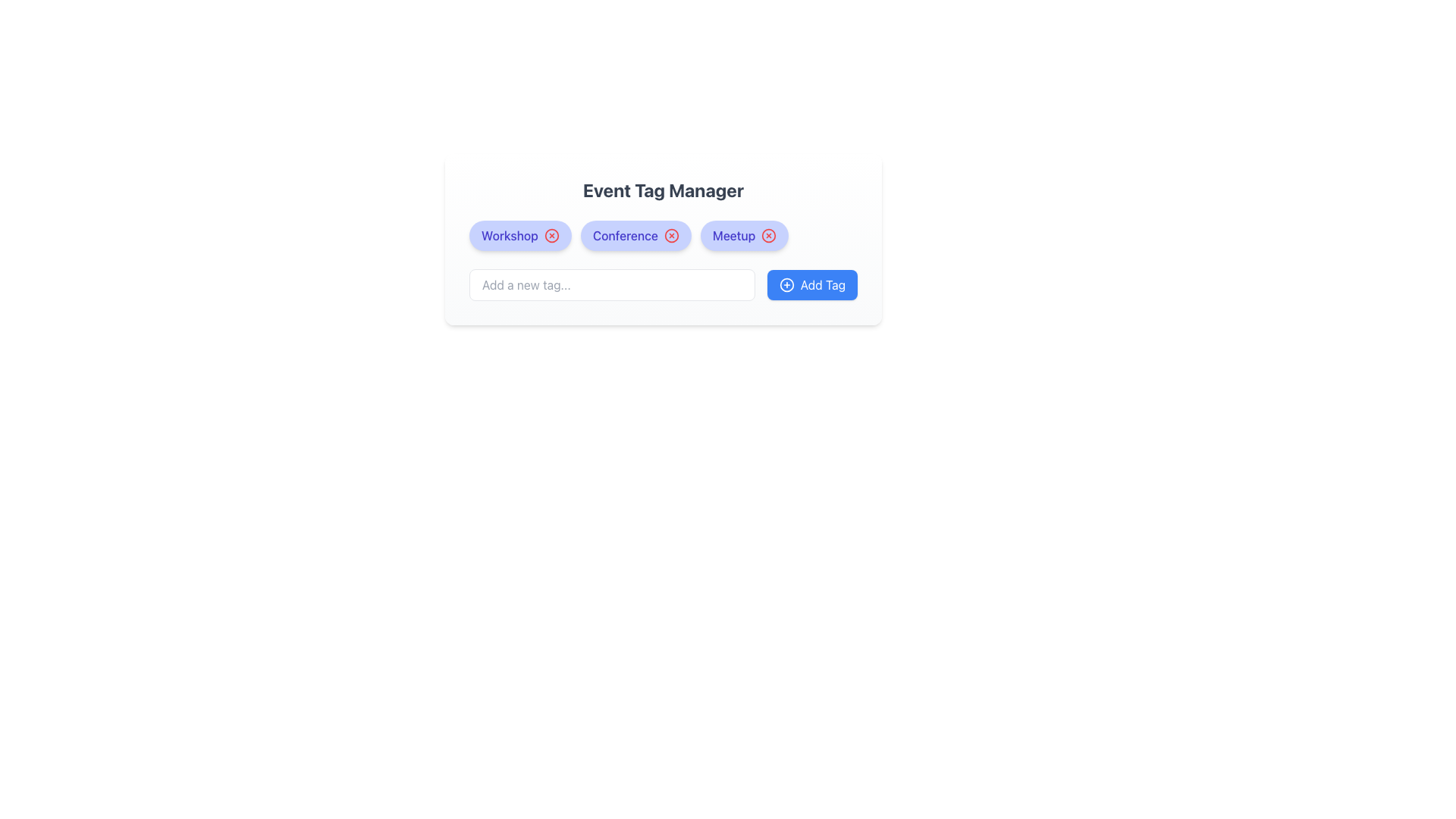  Describe the element at coordinates (625, 236) in the screenshot. I see `the 'Conference' text label, which is centrally positioned between the 'Workshop' and 'Meetup' tags in the interface` at that location.